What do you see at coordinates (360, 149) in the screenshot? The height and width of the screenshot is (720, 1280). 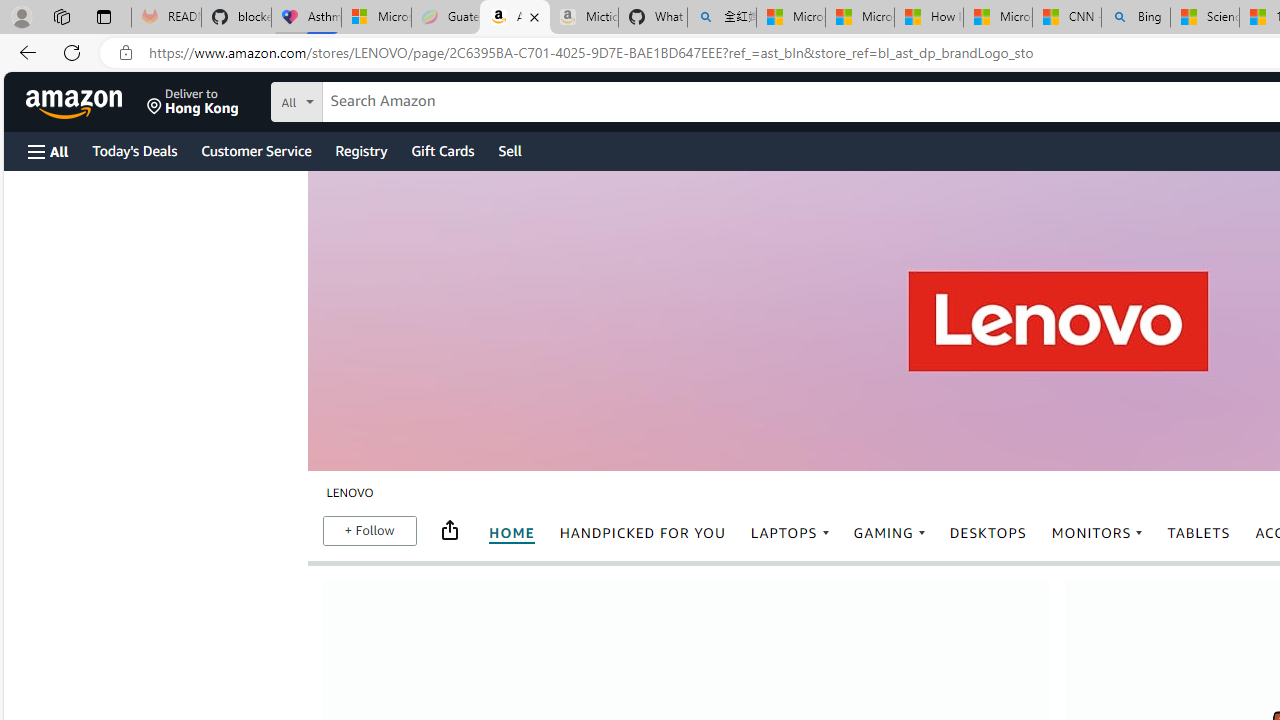 I see `'Registry'` at bounding box center [360, 149].